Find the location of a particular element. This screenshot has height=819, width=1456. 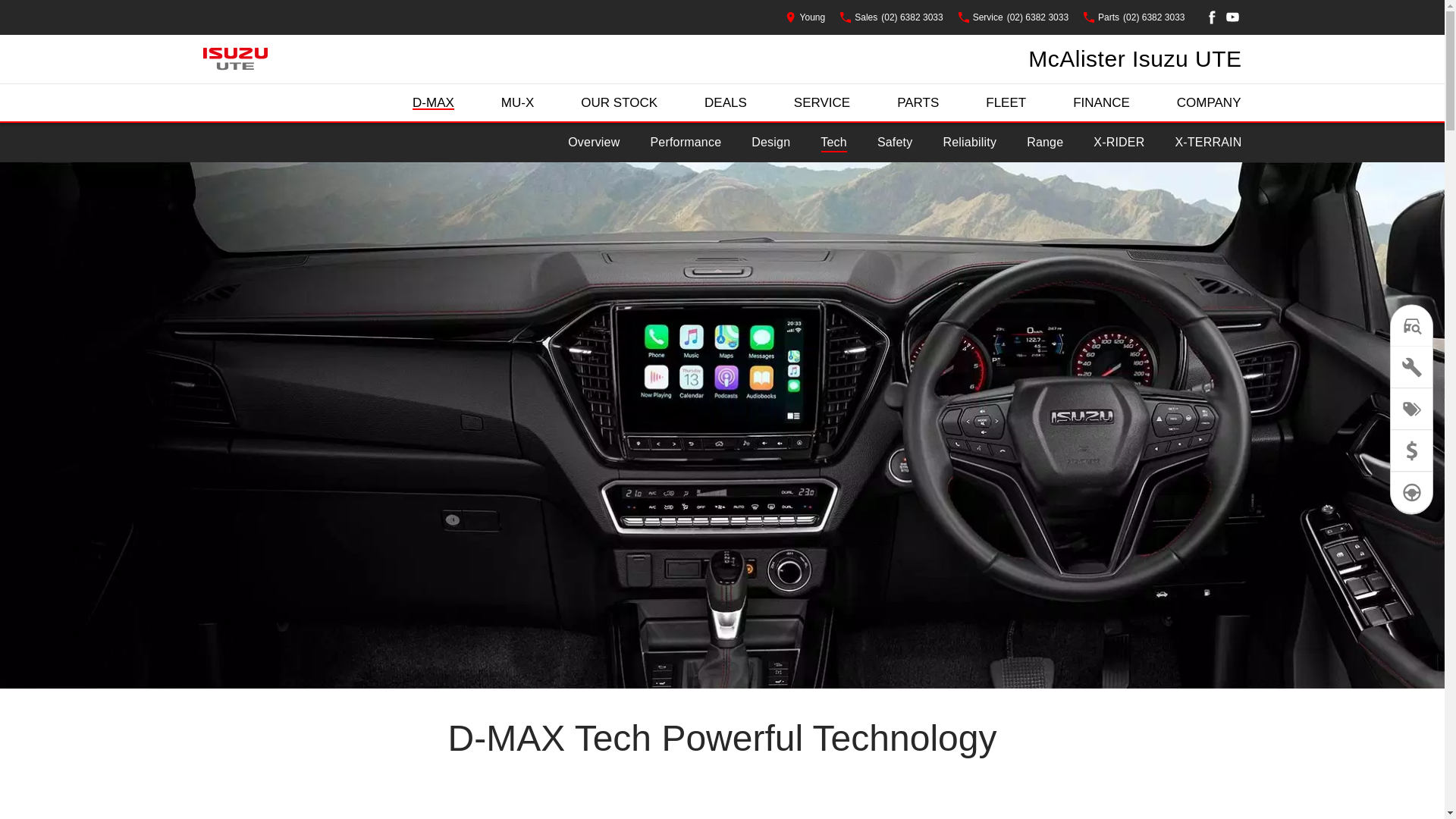

'FINANCE' is located at coordinates (1101, 102).